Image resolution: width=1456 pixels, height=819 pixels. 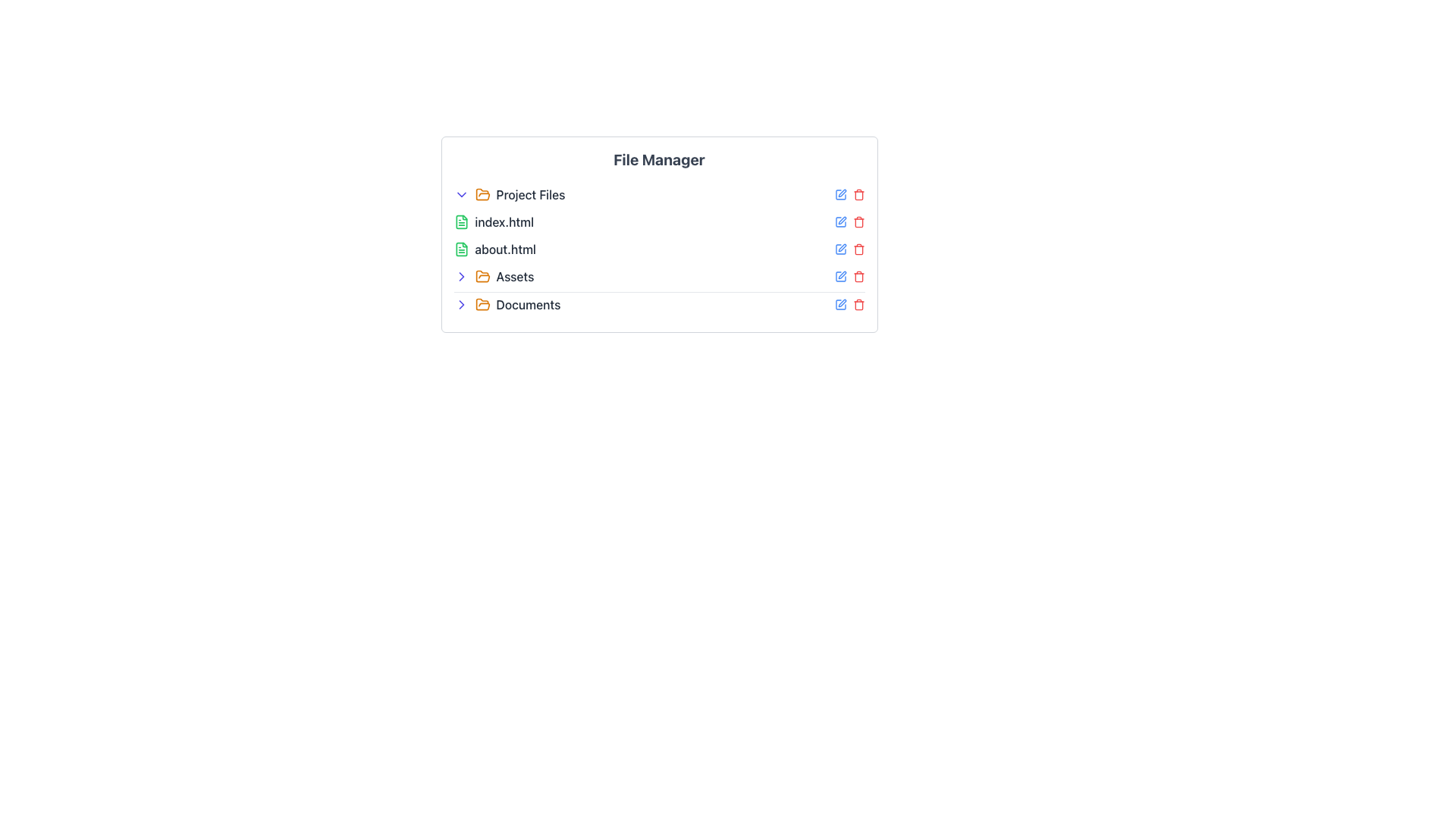 I want to click on the pen icon button in the delete action row for the 'Assets' file or folder, so click(x=841, y=275).